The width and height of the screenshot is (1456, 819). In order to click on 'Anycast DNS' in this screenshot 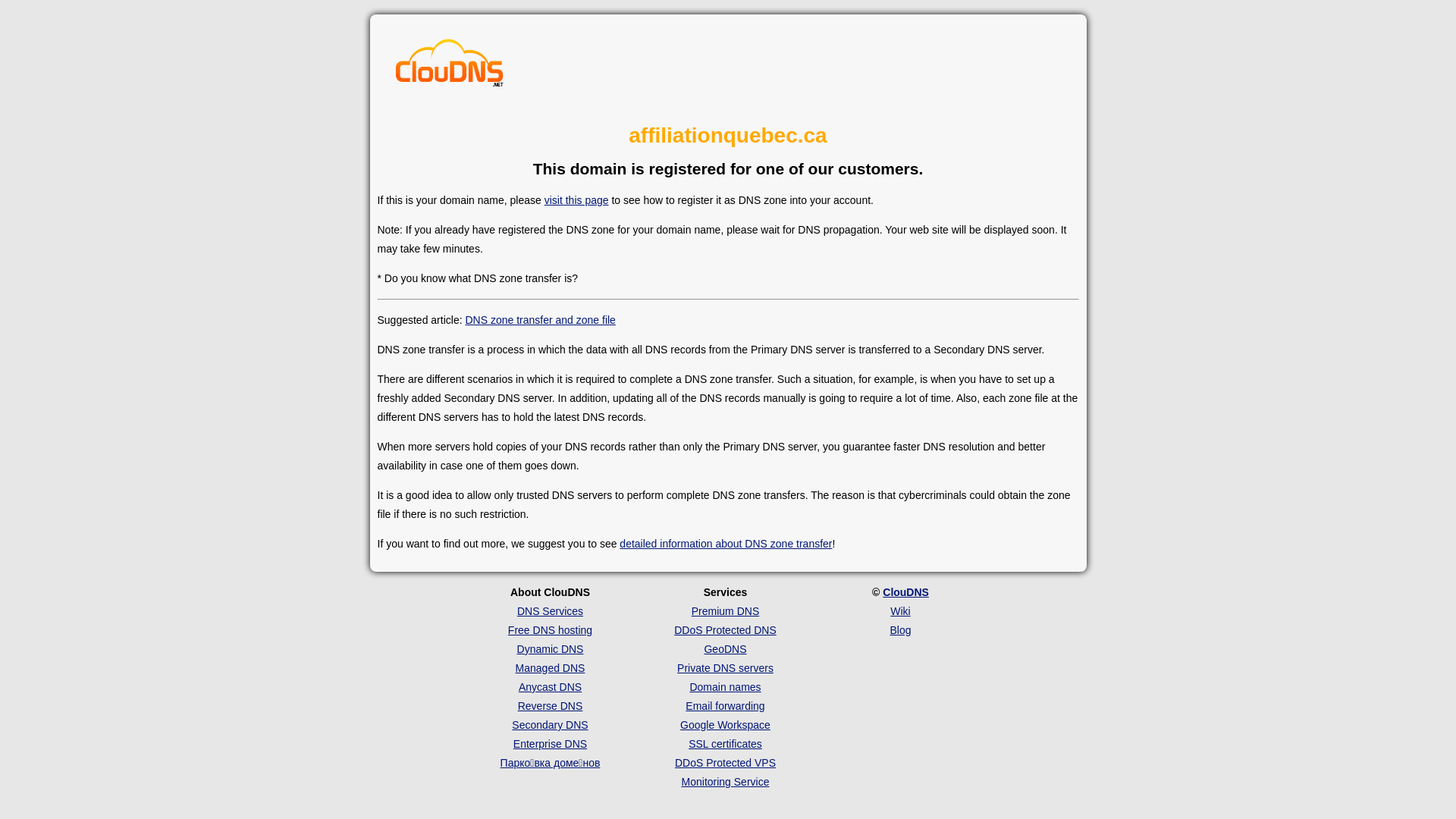, I will do `click(549, 687)`.